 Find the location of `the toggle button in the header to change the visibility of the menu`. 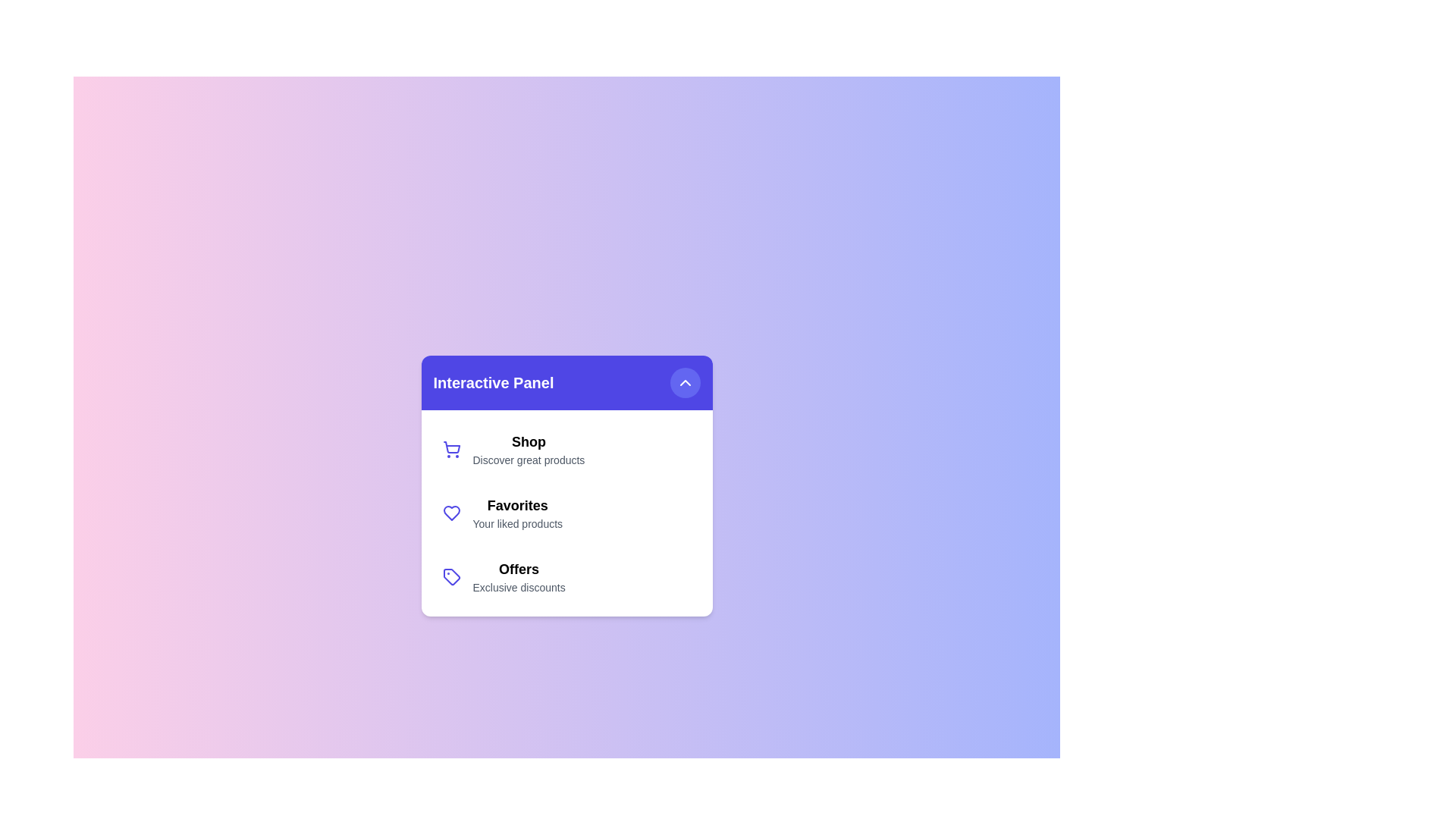

the toggle button in the header to change the visibility of the menu is located at coordinates (684, 382).